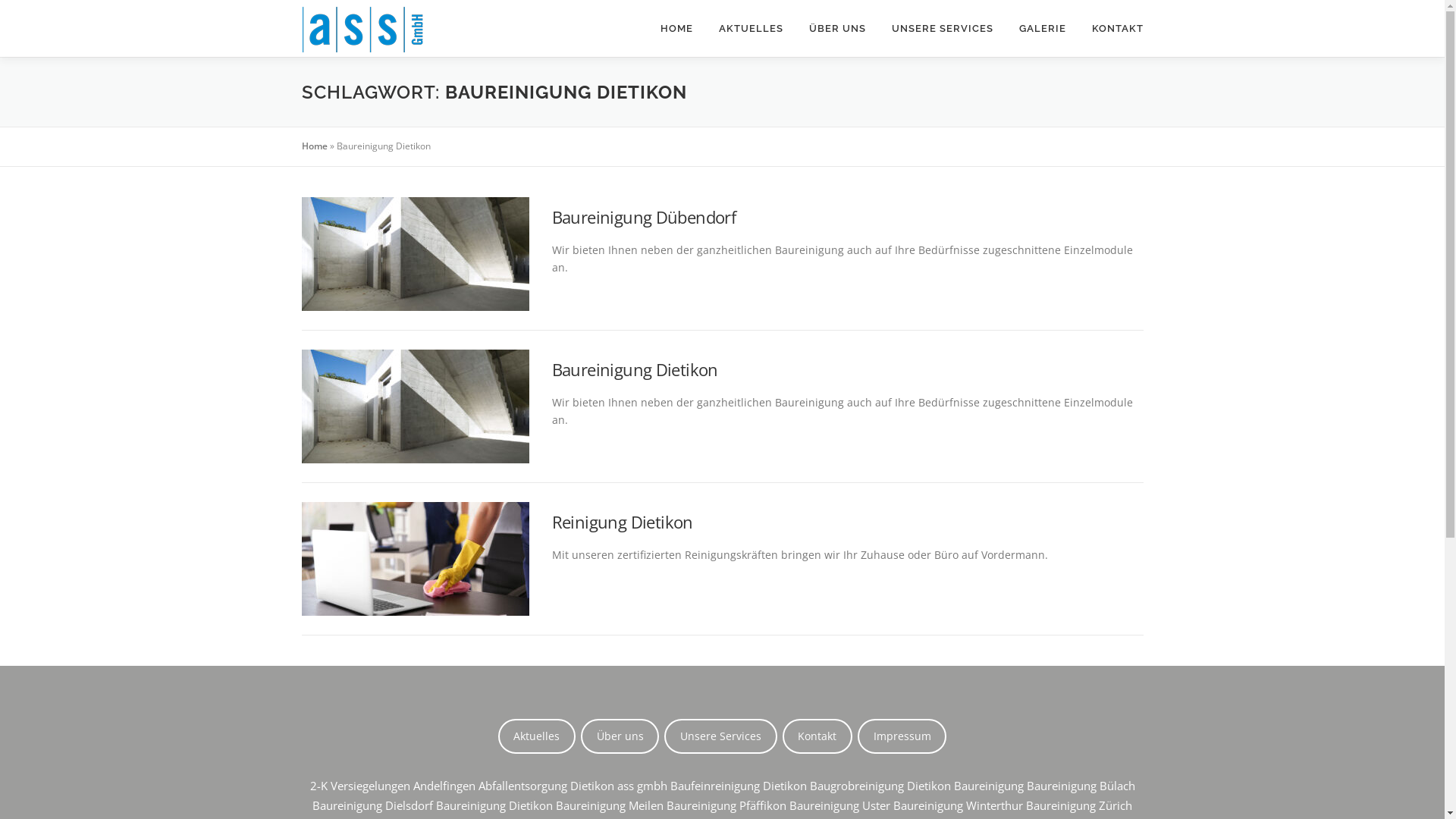 Image resolution: width=1456 pixels, height=819 pixels. I want to click on 'HOME', so click(676, 28).